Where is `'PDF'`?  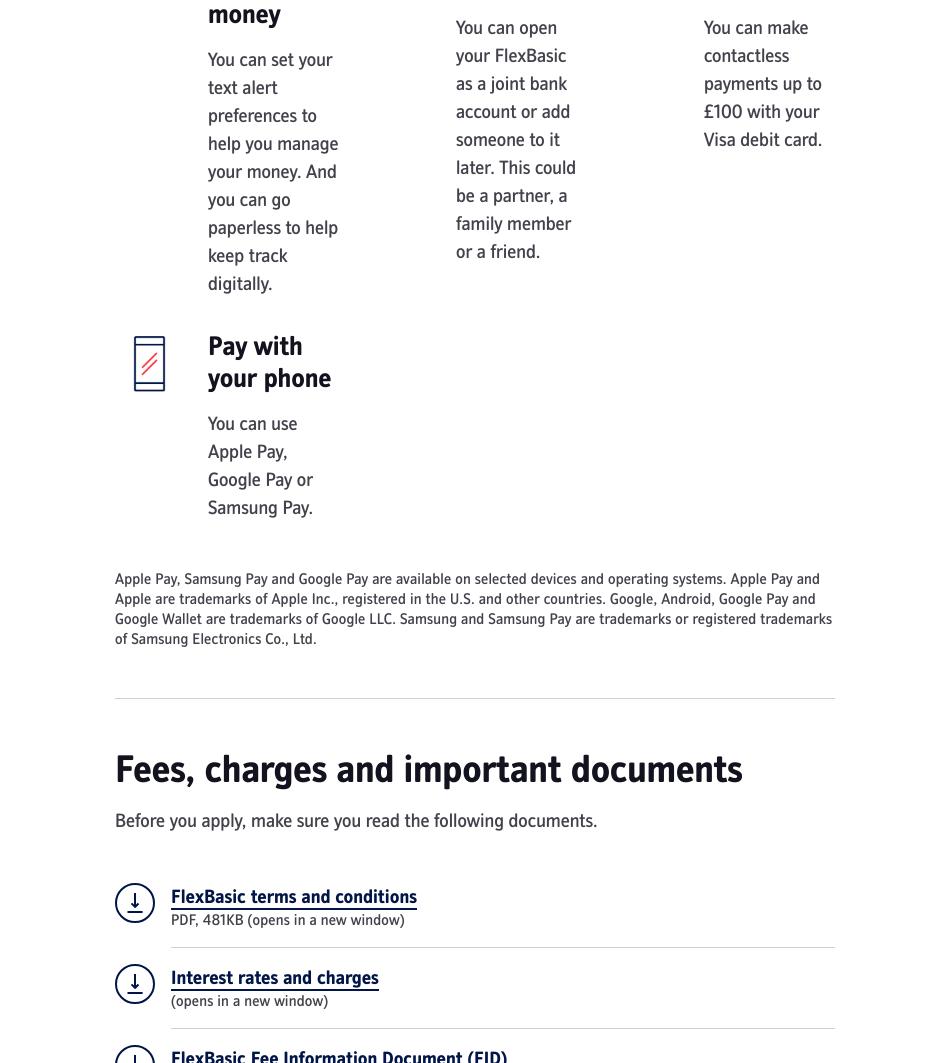 'PDF' is located at coordinates (182, 919).